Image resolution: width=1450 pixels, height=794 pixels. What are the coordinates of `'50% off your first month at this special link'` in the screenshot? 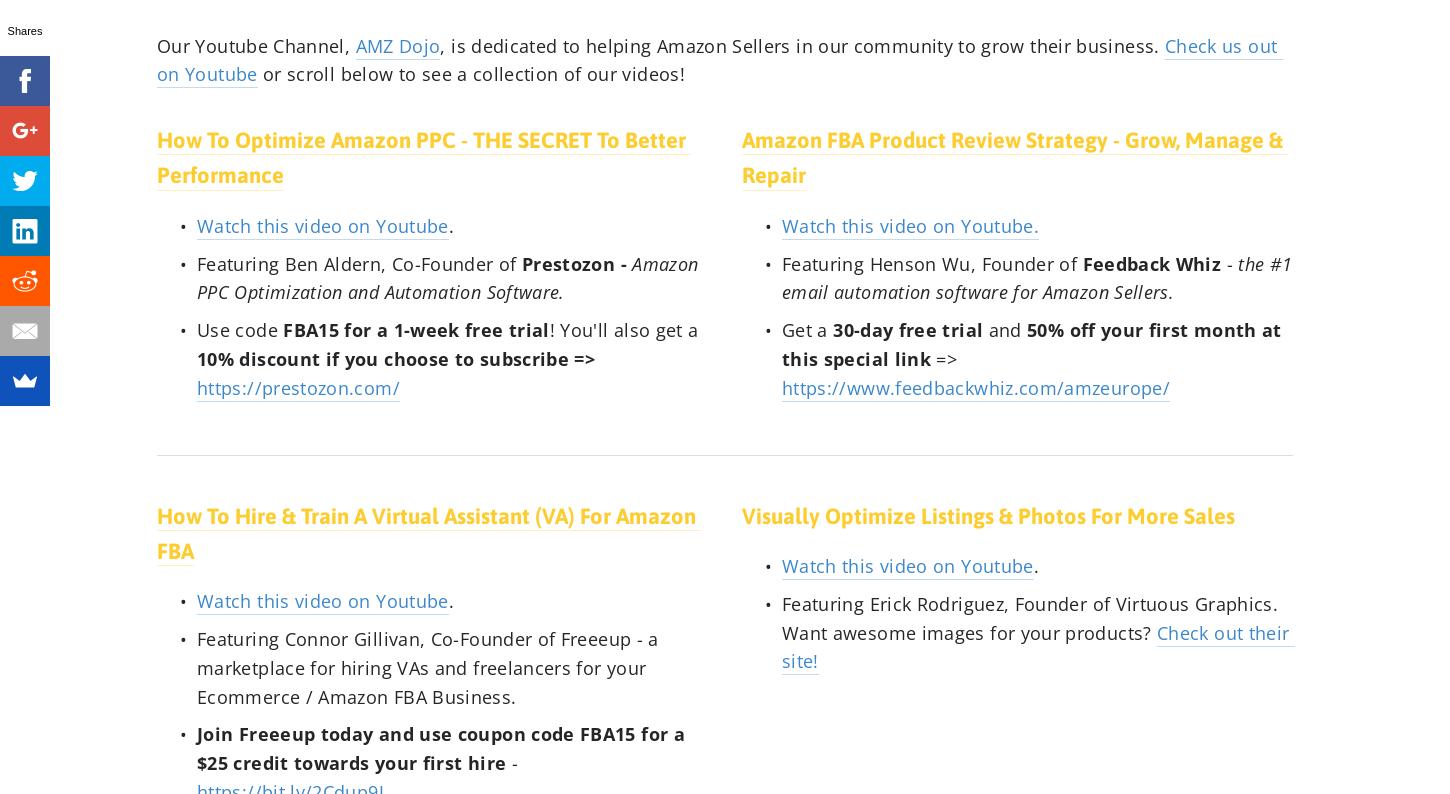 It's located at (1033, 343).